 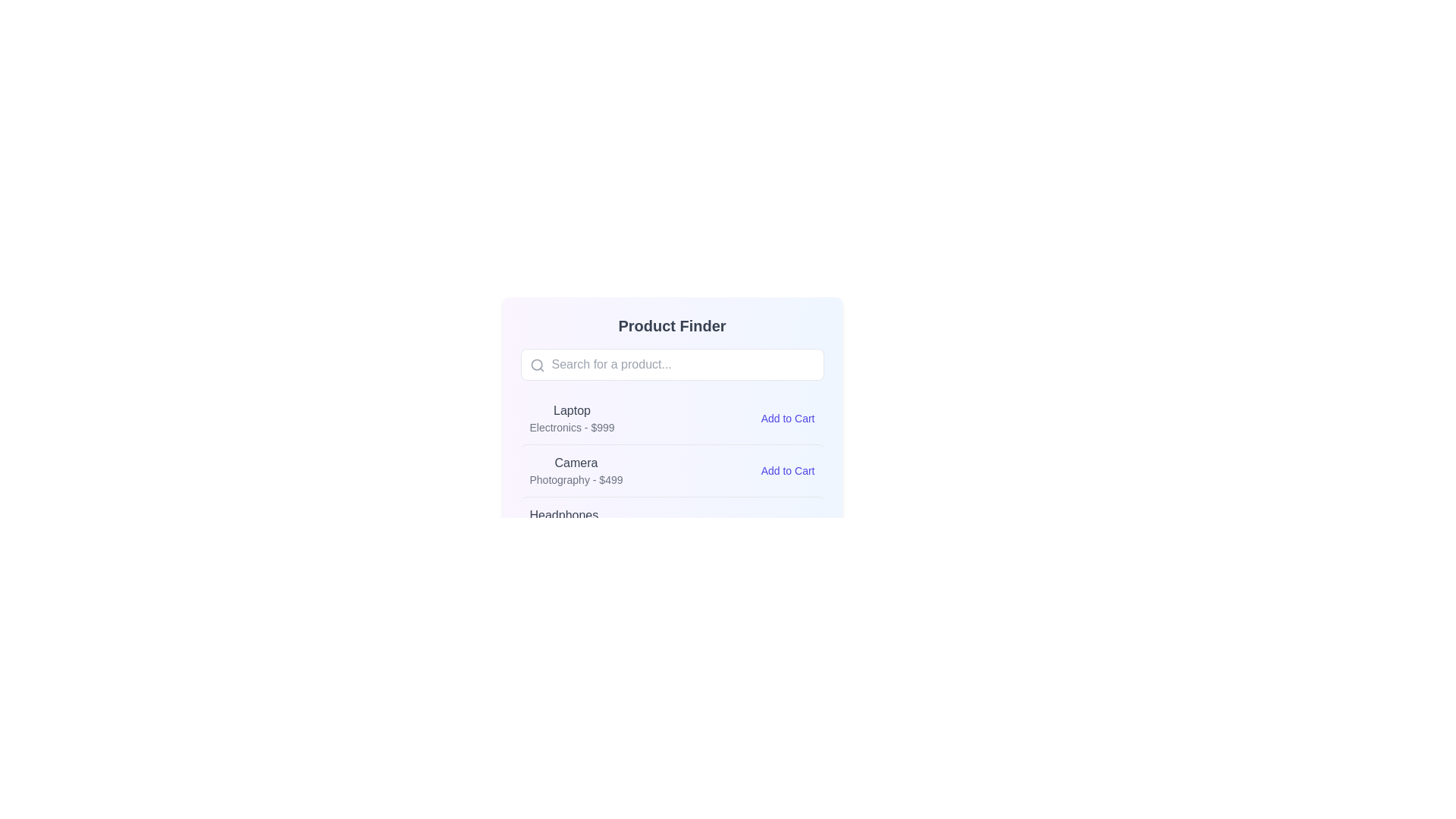 What do you see at coordinates (536, 365) in the screenshot?
I see `the decorative circle element that is part of the search icon, enhancing the recognition of the search functionality` at bounding box center [536, 365].